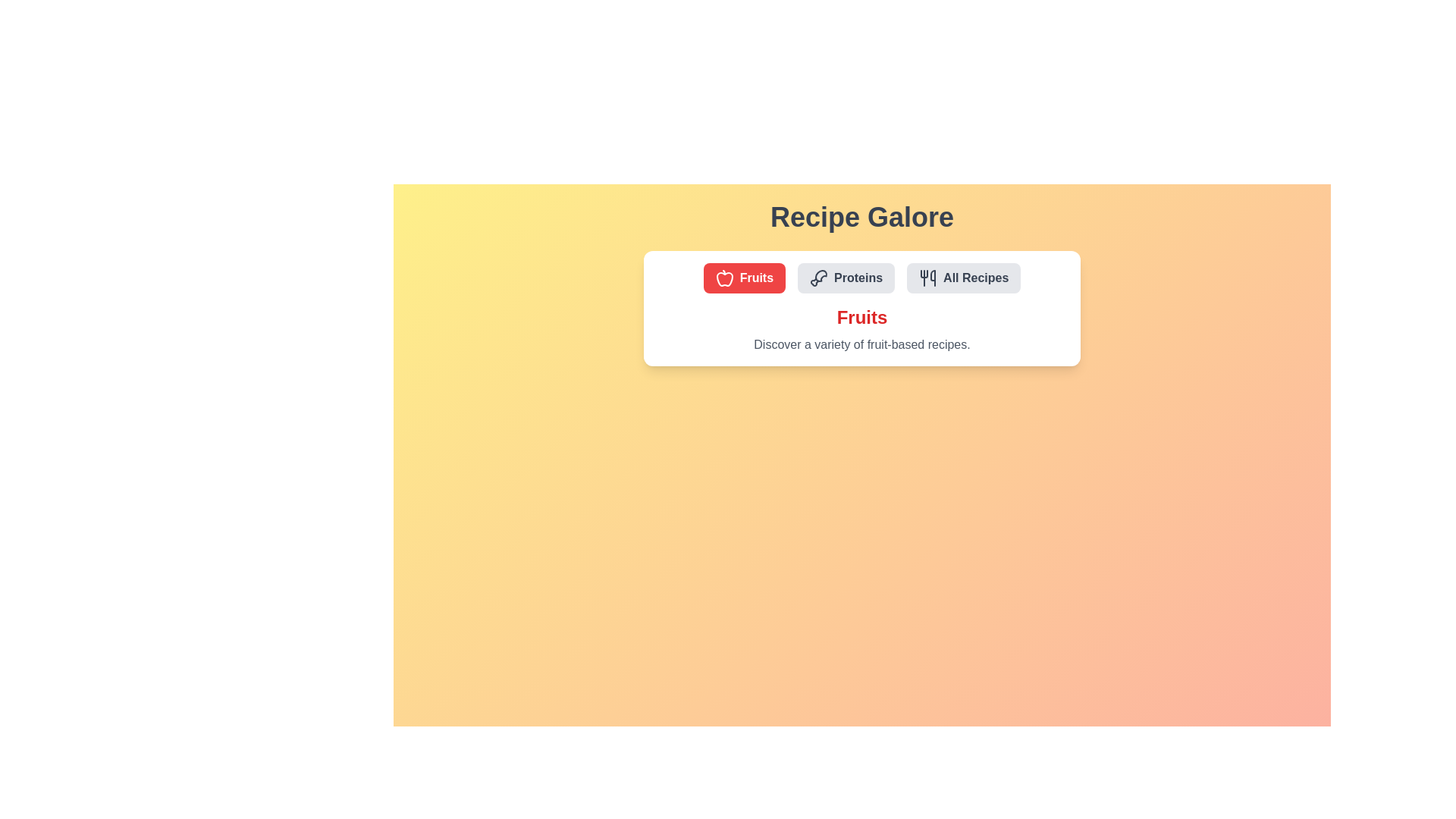  Describe the element at coordinates (846, 278) in the screenshot. I see `the button labeled Proteins to observe the hover effect` at that location.